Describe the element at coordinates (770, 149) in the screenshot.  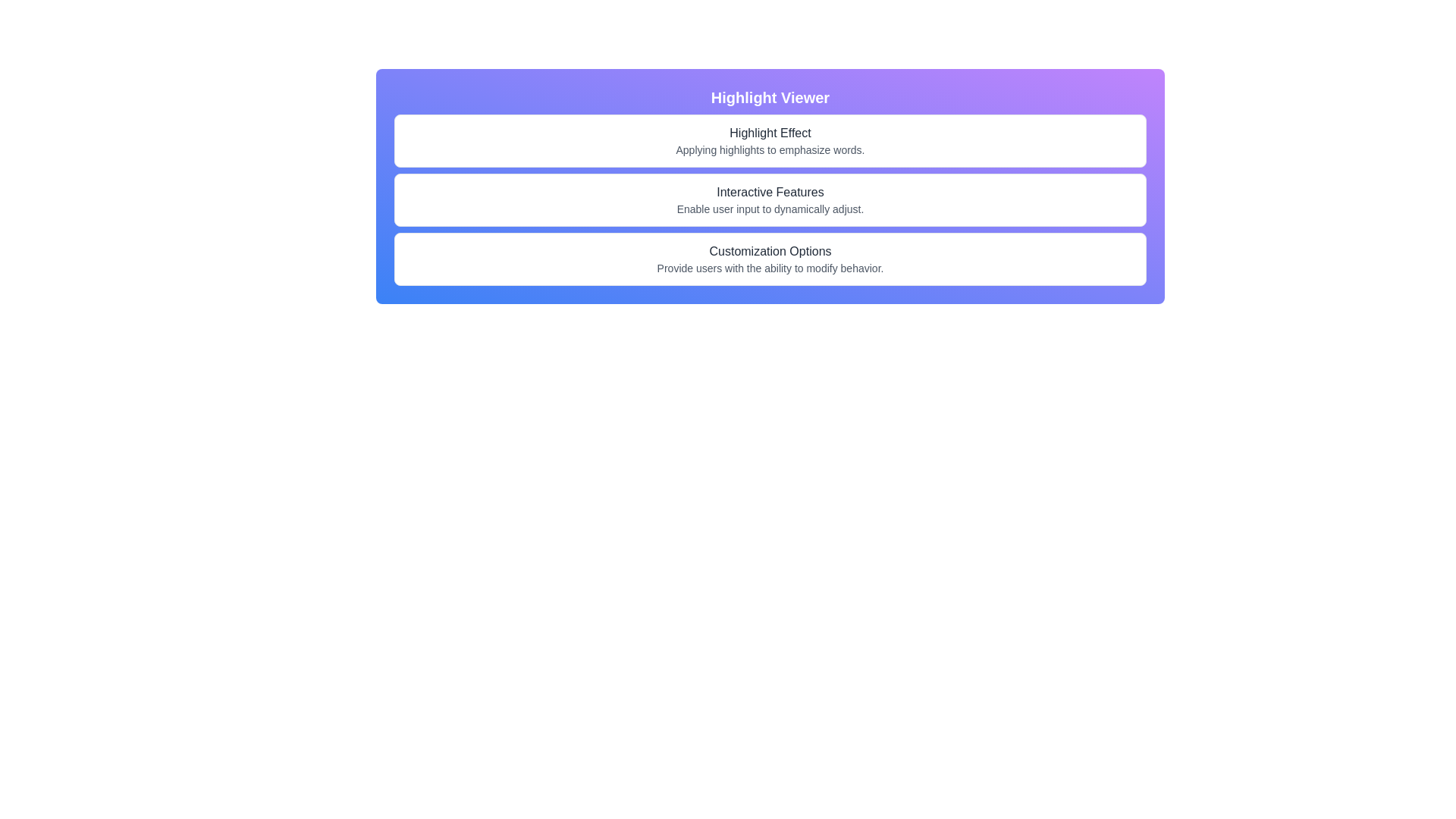
I see `the descriptive text label providing additional details about the 'Highlight Effect' feature, which is located under the 'Highlight Viewer' header` at that location.